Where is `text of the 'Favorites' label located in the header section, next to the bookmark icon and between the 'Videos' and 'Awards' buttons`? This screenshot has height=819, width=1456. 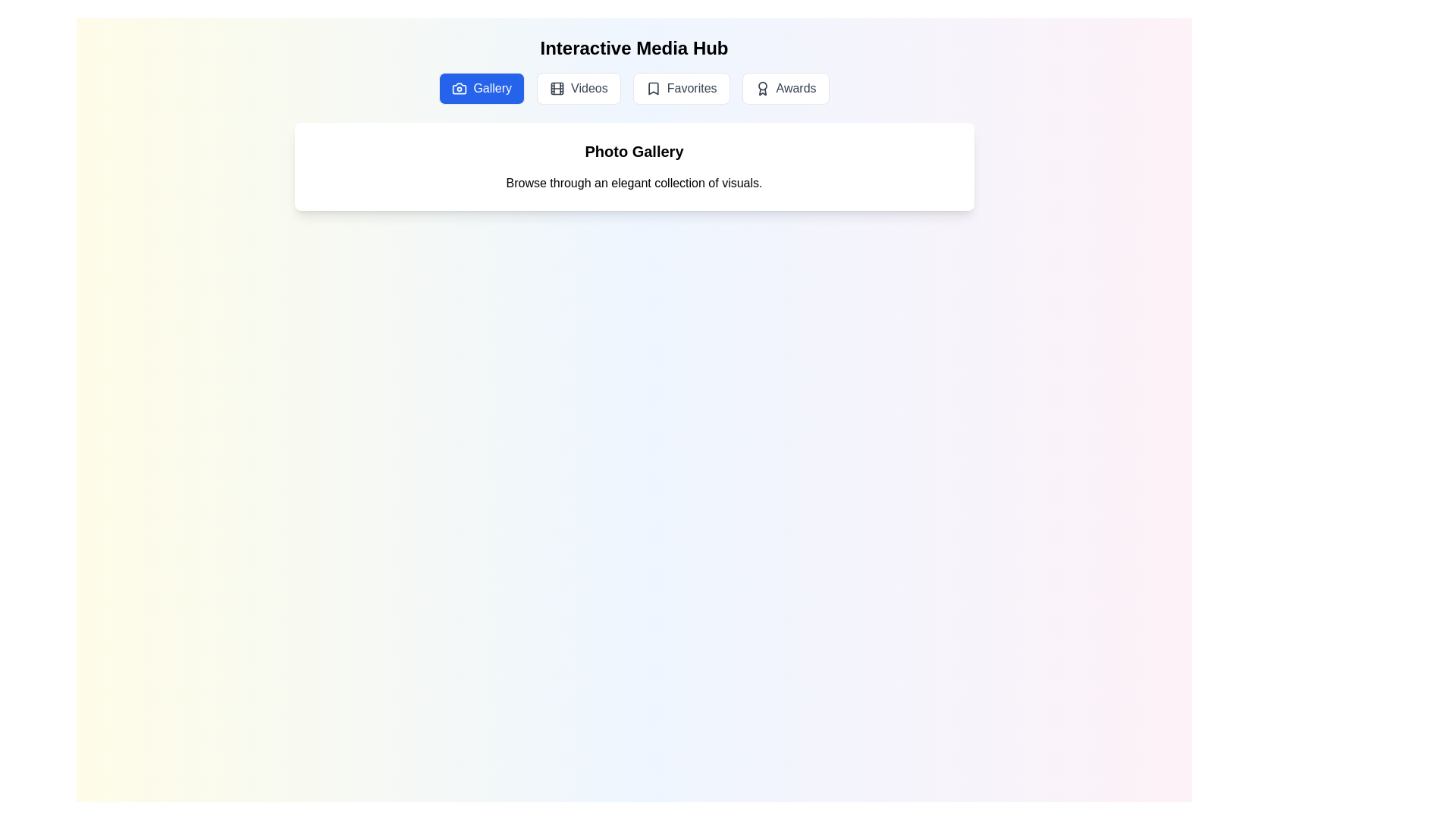 text of the 'Favorites' label located in the header section, next to the bookmark icon and between the 'Videos' and 'Awards' buttons is located at coordinates (691, 88).